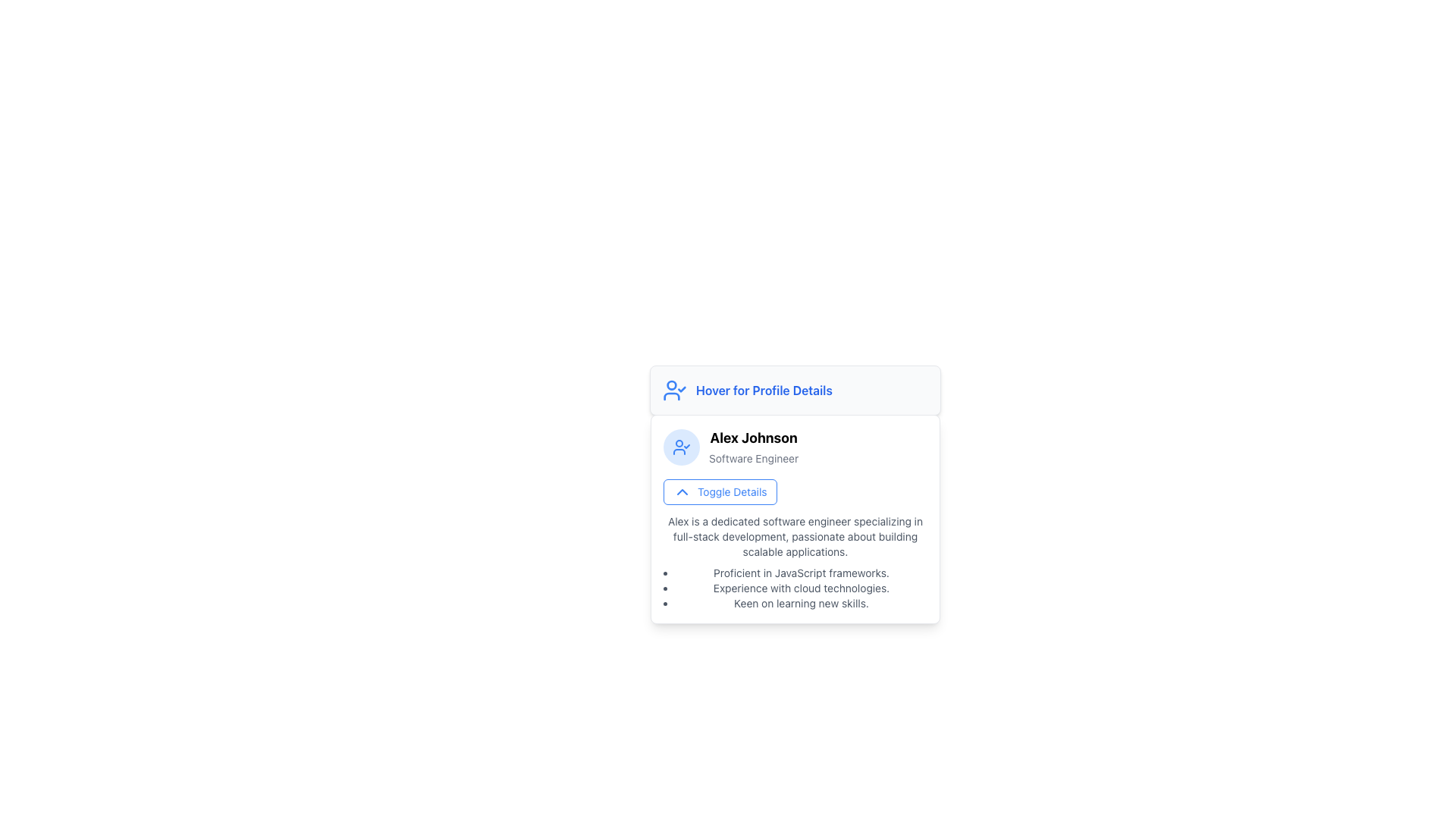  Describe the element at coordinates (671, 384) in the screenshot. I see `the central circular shape of the user-check styled icon indicating user information status` at that location.